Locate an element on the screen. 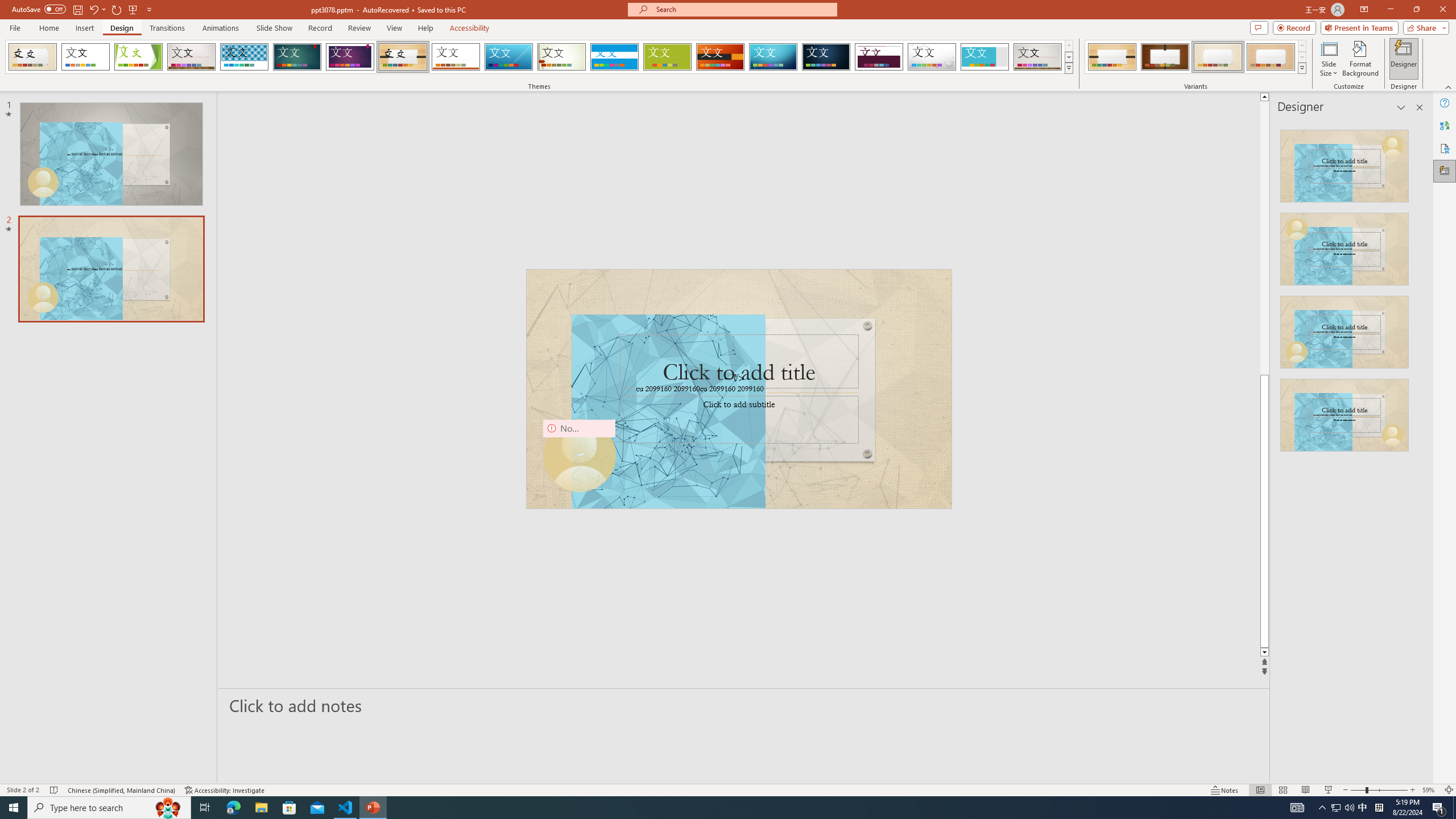 This screenshot has height=819, width=1456. 'Dividend' is located at coordinates (879, 56).